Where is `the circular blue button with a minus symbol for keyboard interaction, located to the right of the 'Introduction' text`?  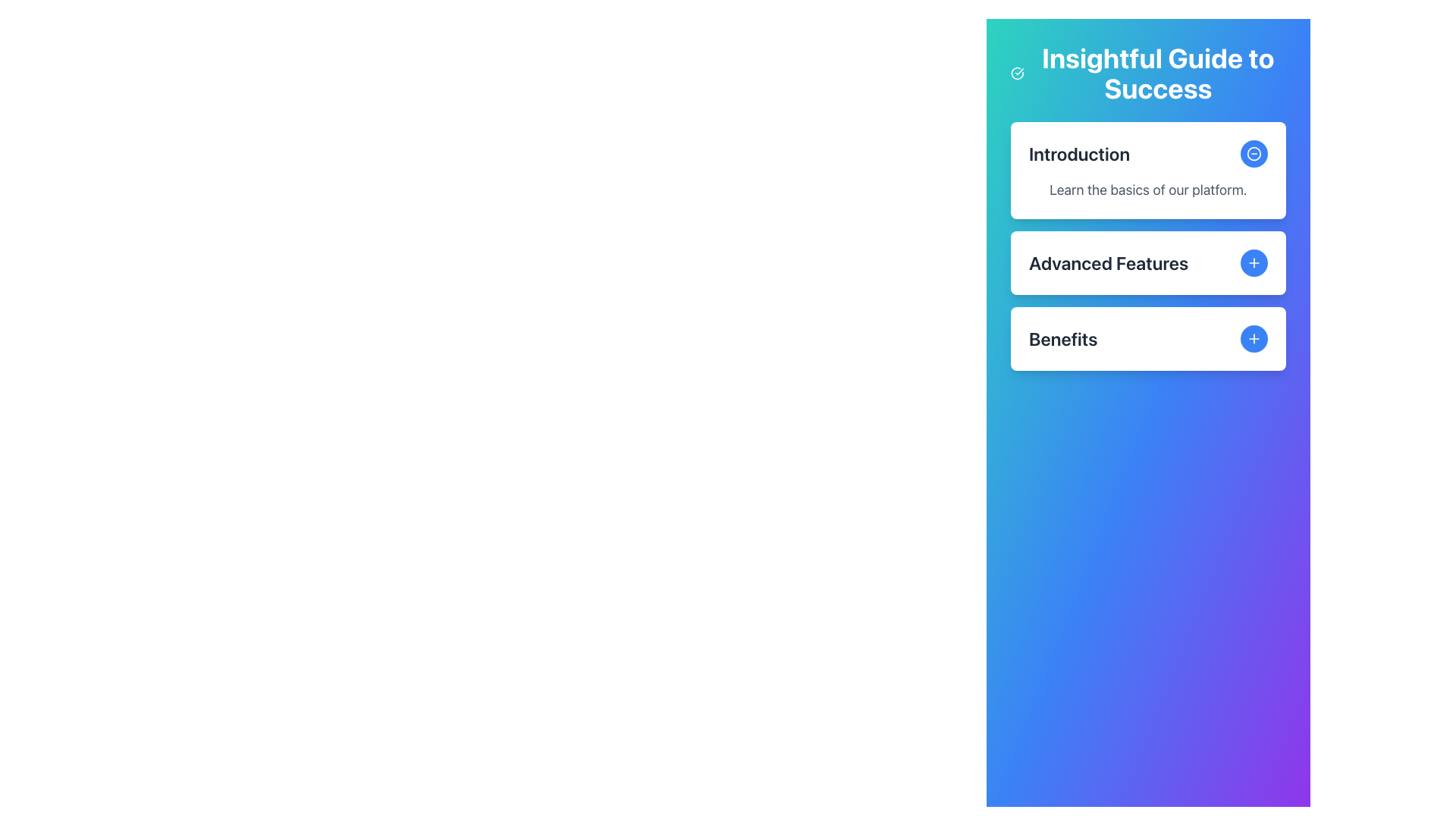
the circular blue button with a minus symbol for keyboard interaction, located to the right of the 'Introduction' text is located at coordinates (1254, 154).